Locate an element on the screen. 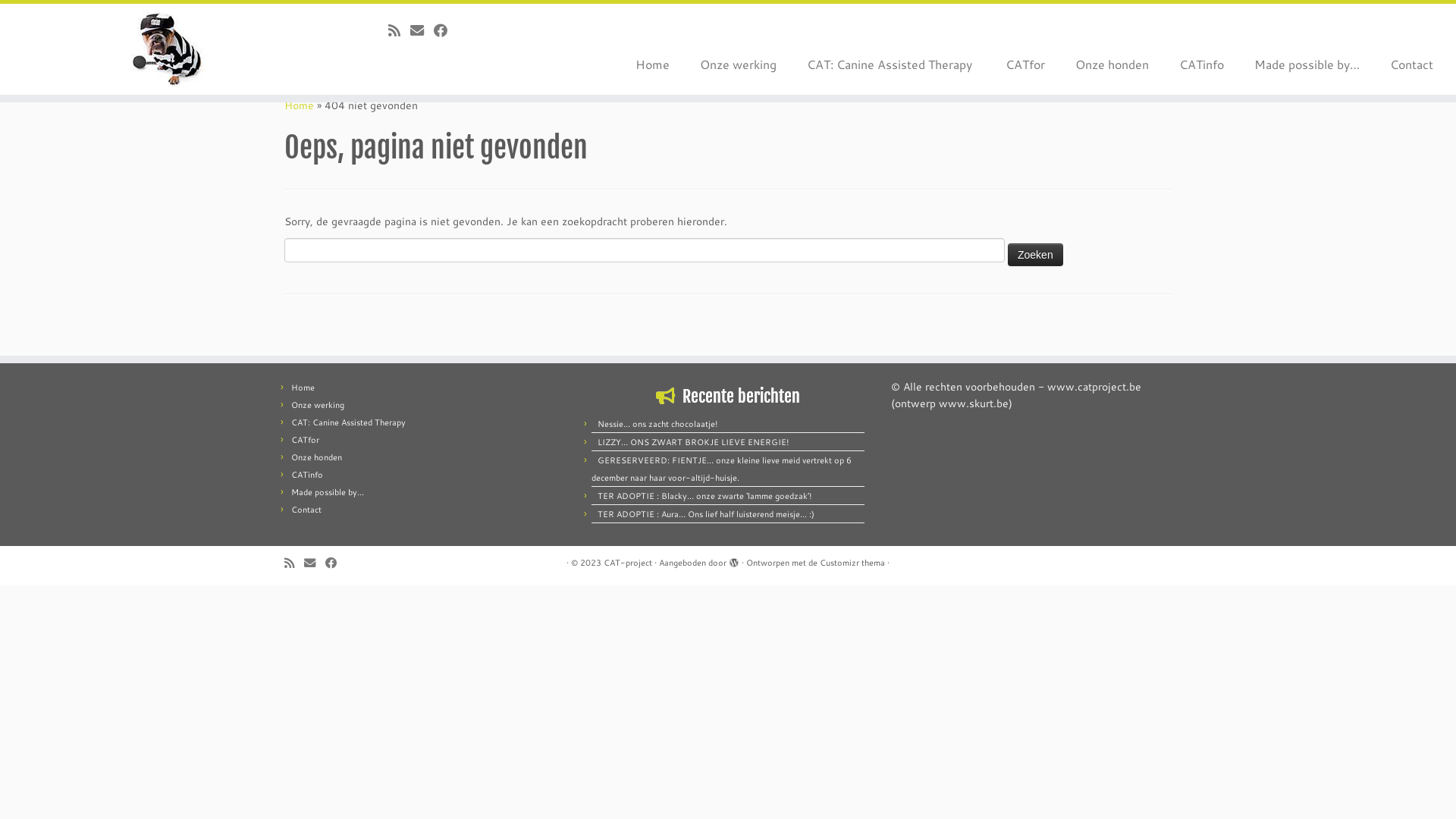 The width and height of the screenshot is (1456, 819). 'CATfor' is located at coordinates (1025, 63).